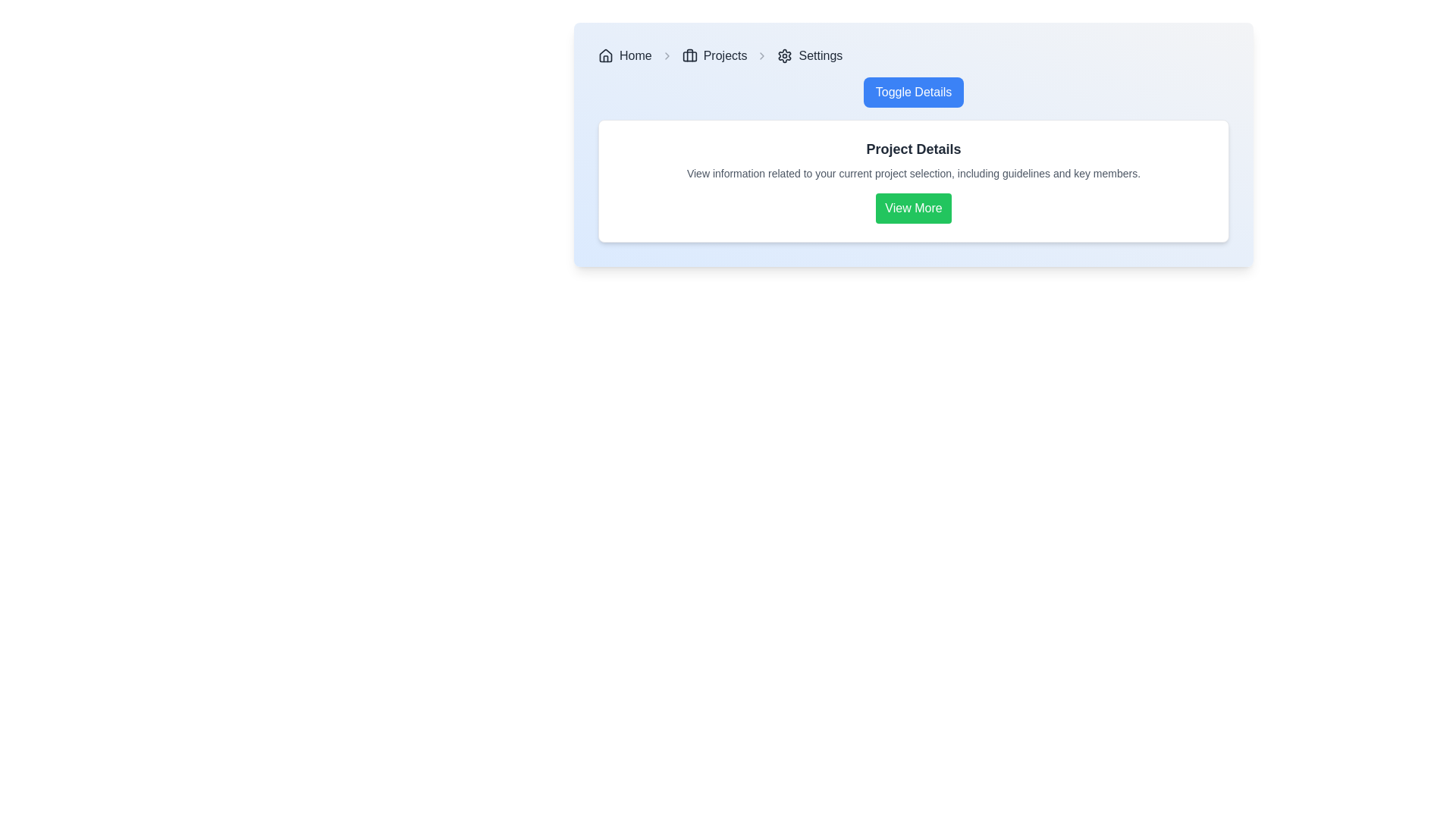 The width and height of the screenshot is (1456, 819). Describe the element at coordinates (809, 55) in the screenshot. I see `the 'Settings' navigation link, which includes a gear icon` at that location.